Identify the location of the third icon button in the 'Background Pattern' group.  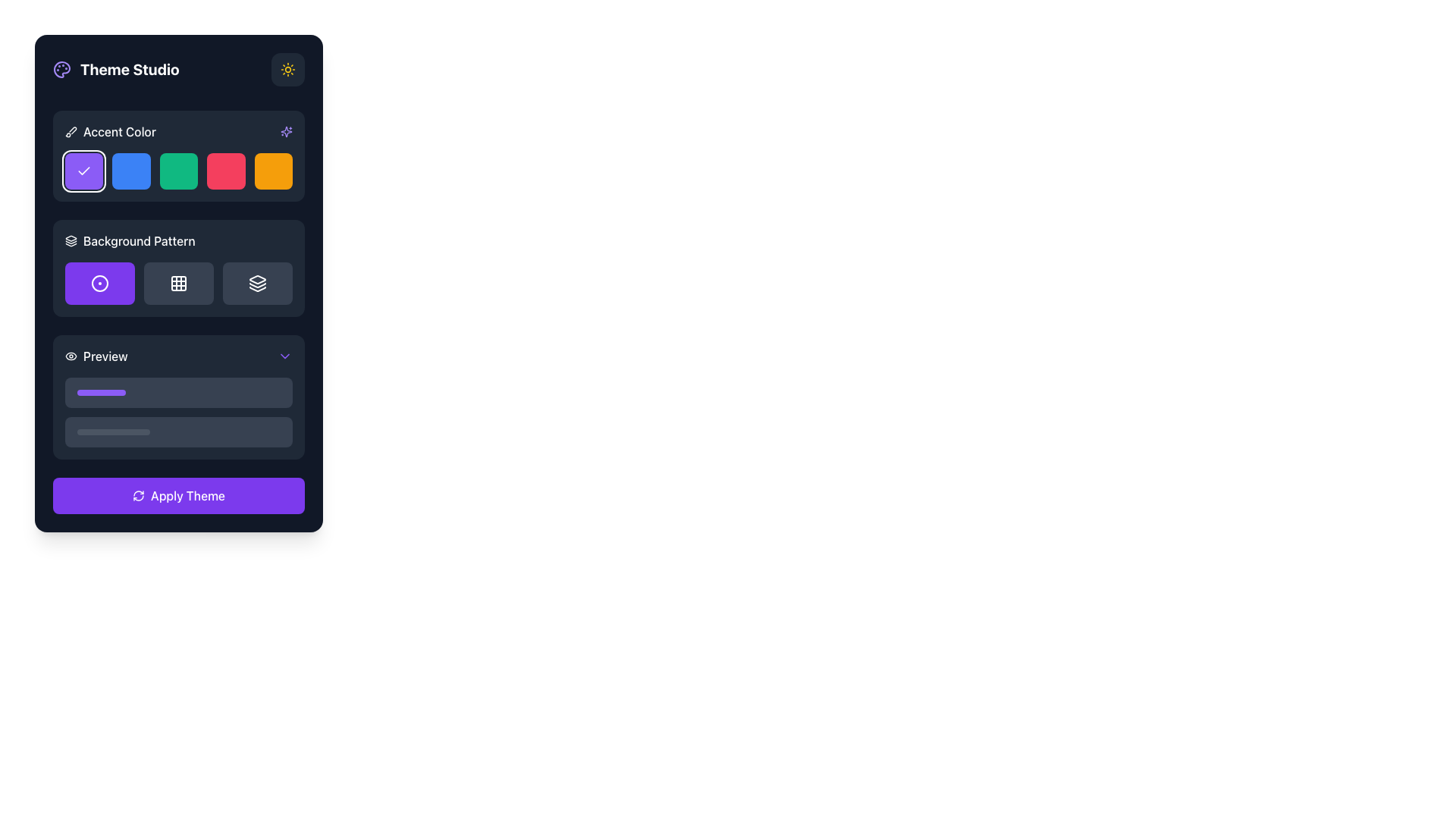
(71, 240).